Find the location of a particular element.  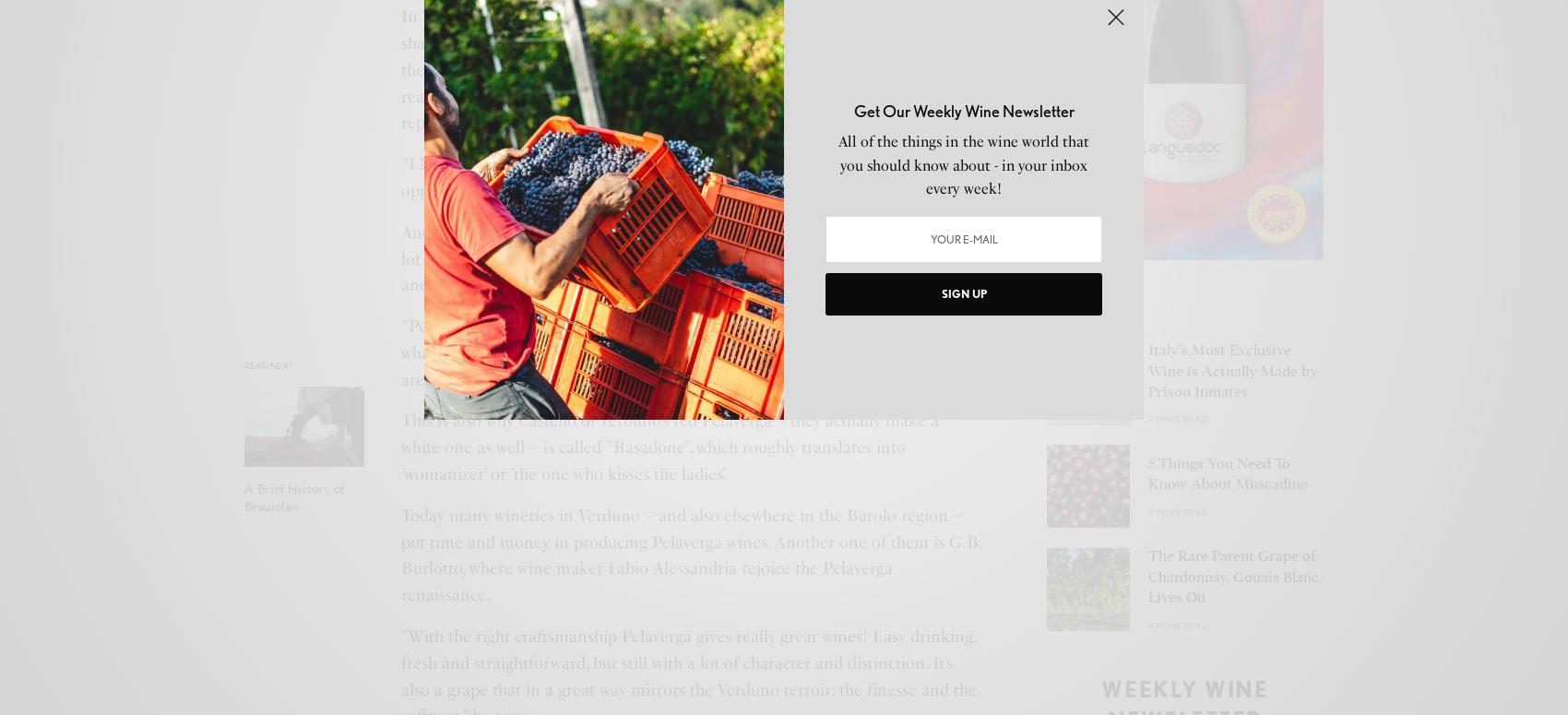

'”I love working with Pelaverga, it’s a grape that produces wines that are totally opposite to Barolo and Barbaresco,” Mario says.' is located at coordinates (401, 176).